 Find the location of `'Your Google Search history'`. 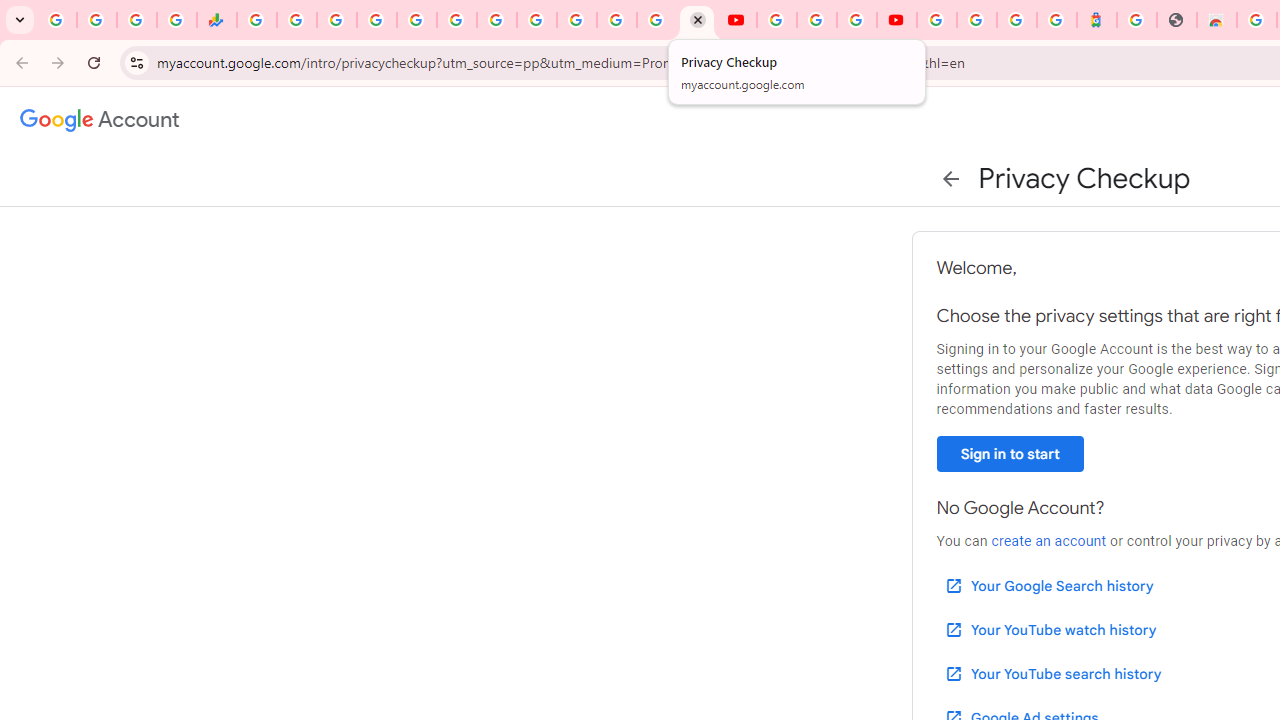

'Your Google Search history' is located at coordinates (1047, 585).